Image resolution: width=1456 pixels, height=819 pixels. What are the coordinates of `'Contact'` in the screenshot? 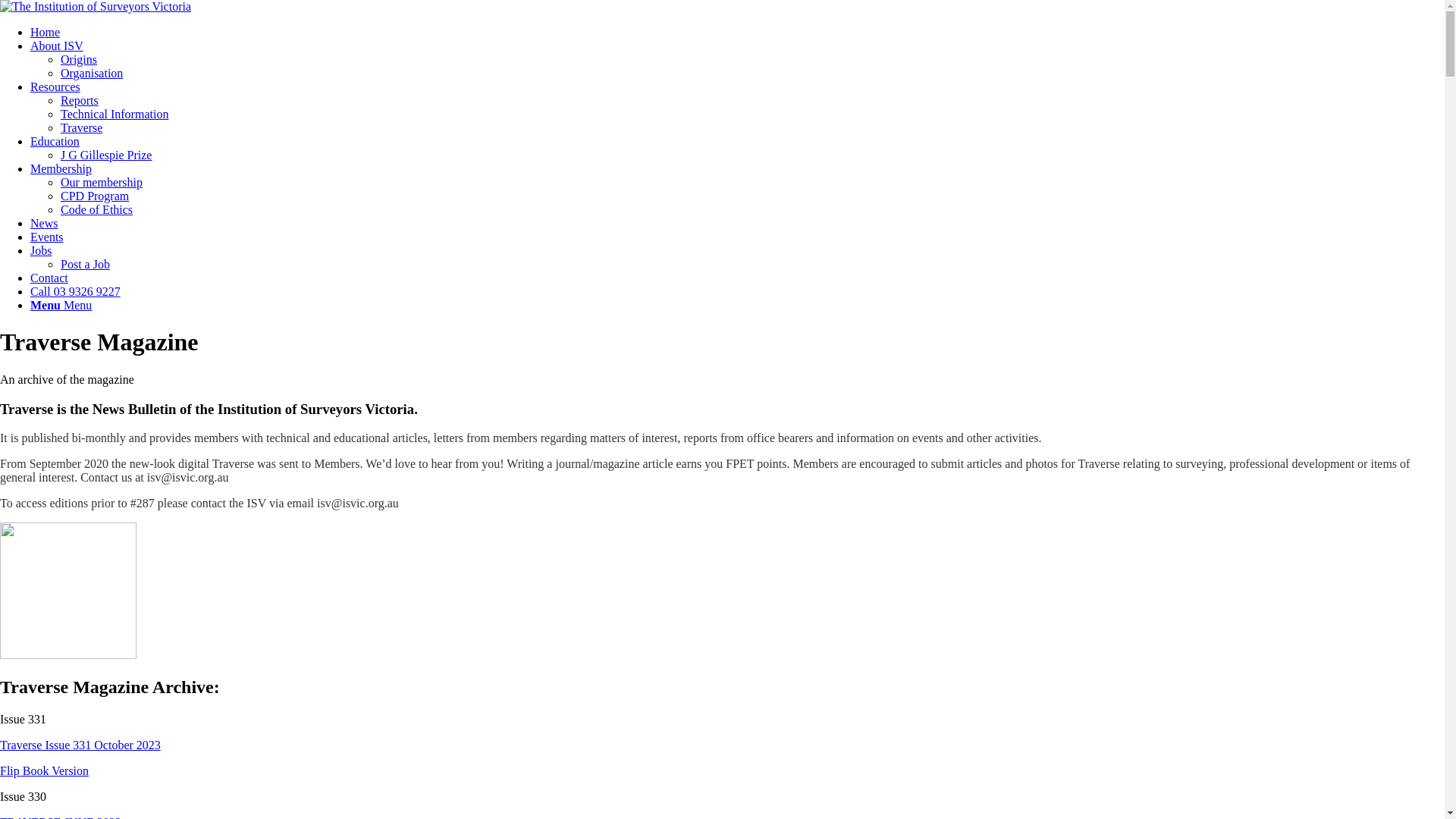 It's located at (49, 278).